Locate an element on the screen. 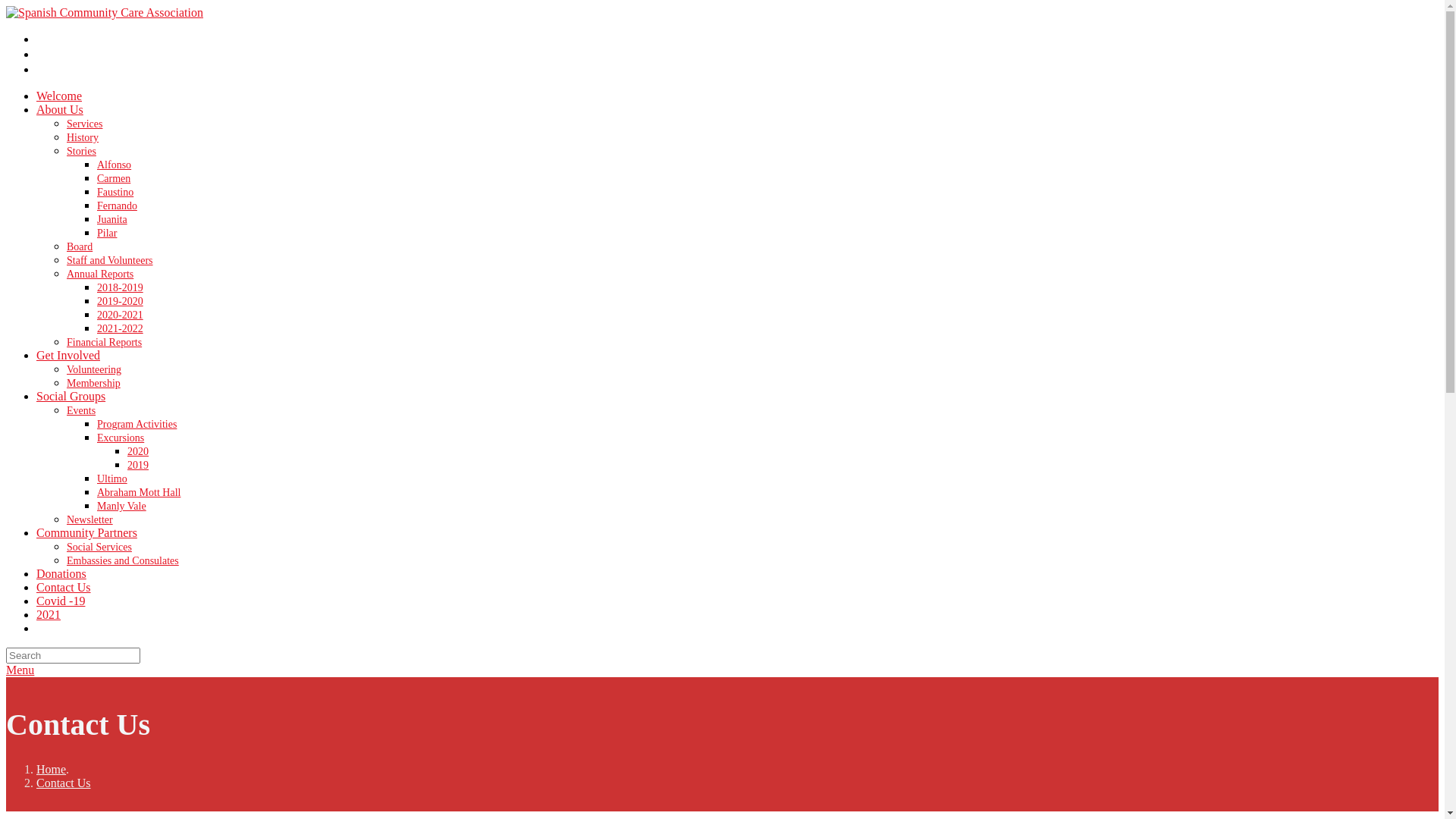 Image resolution: width=1456 pixels, height=819 pixels. 'Annual Reports' is located at coordinates (99, 274).